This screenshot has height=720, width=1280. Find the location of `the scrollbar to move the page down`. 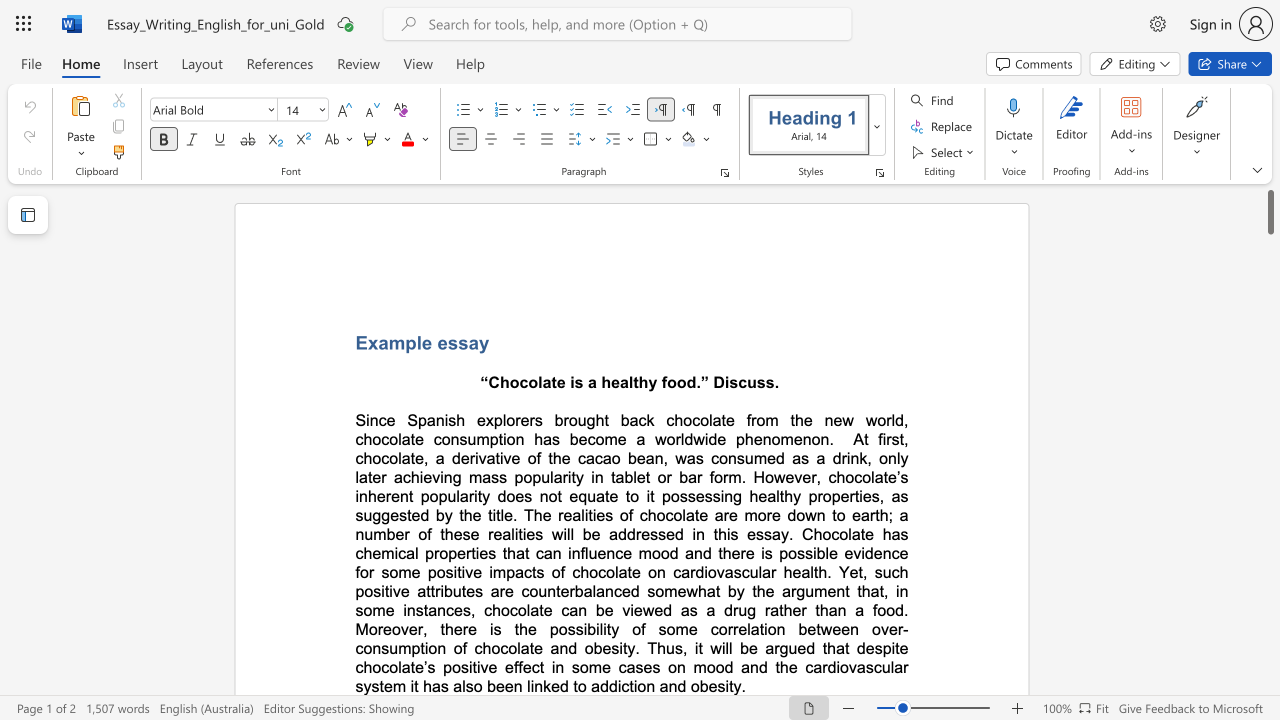

the scrollbar to move the page down is located at coordinates (1269, 498).